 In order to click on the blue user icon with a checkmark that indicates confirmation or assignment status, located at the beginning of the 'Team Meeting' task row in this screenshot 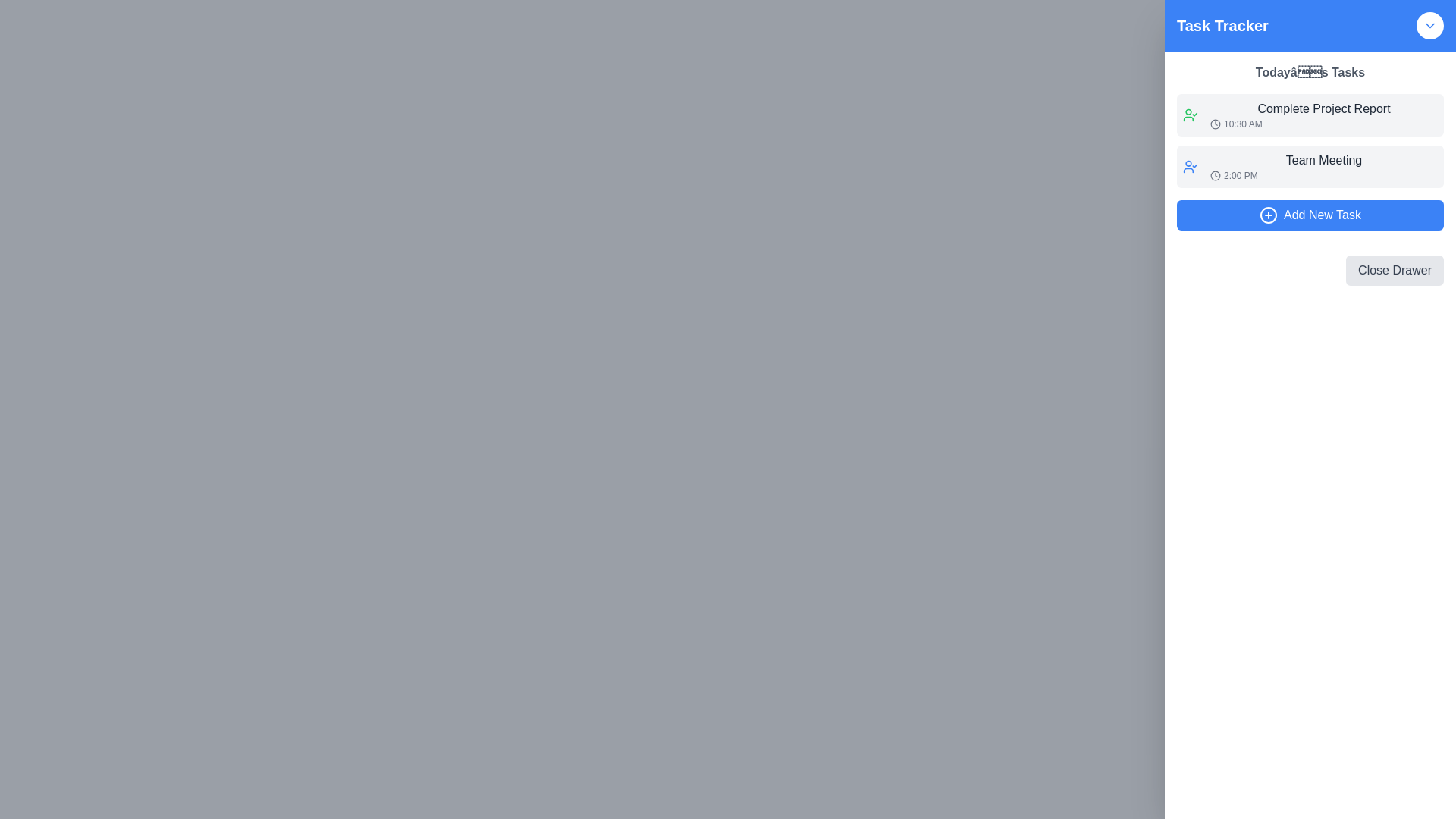, I will do `click(1189, 166)`.